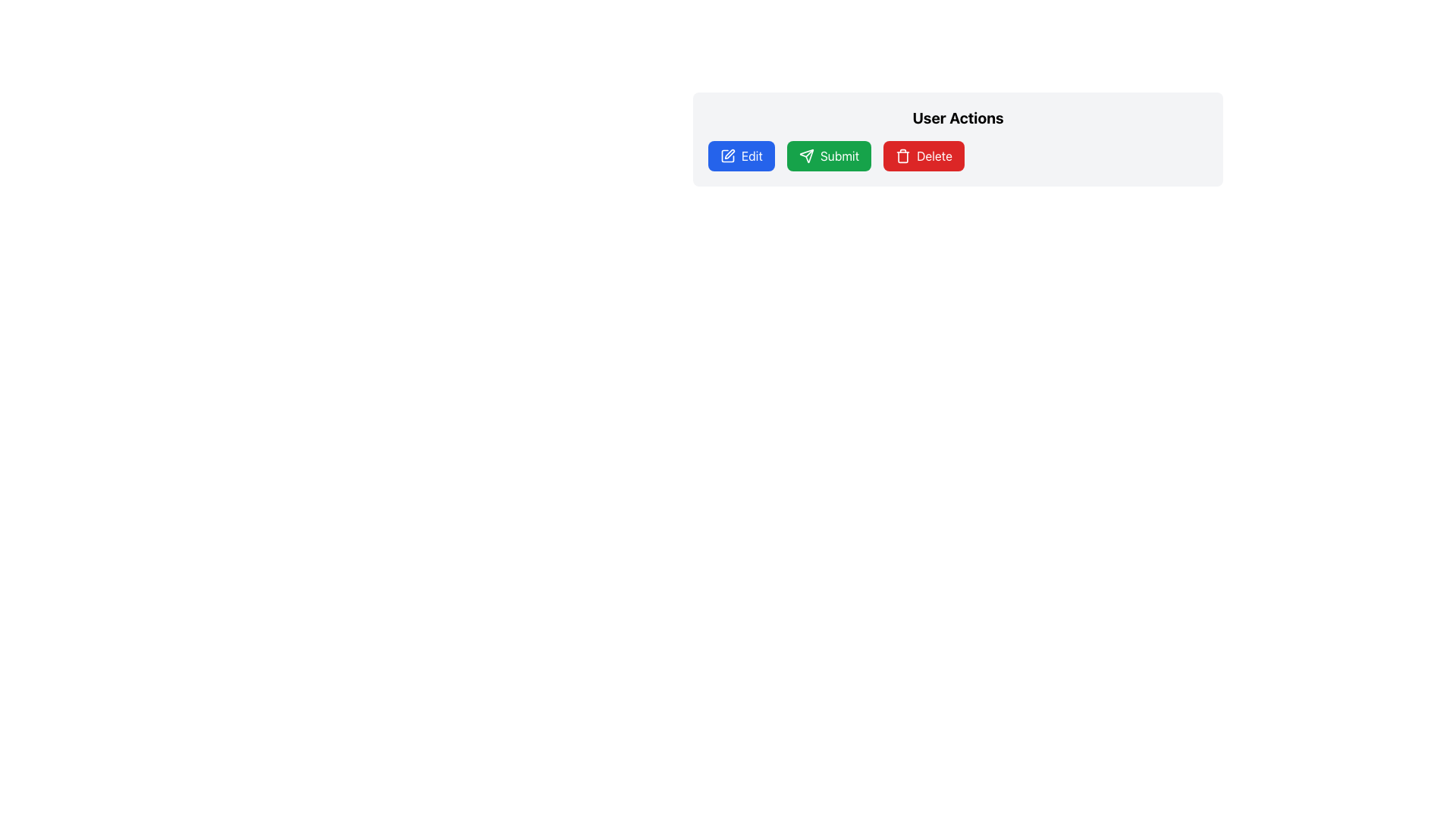 The width and height of the screenshot is (1456, 819). Describe the element at coordinates (728, 155) in the screenshot. I see `the graphic icon resembling a pen-like shape within the 'Edit' button, which is the leftmost button in the row of action buttons under the 'User Actions' header` at that location.